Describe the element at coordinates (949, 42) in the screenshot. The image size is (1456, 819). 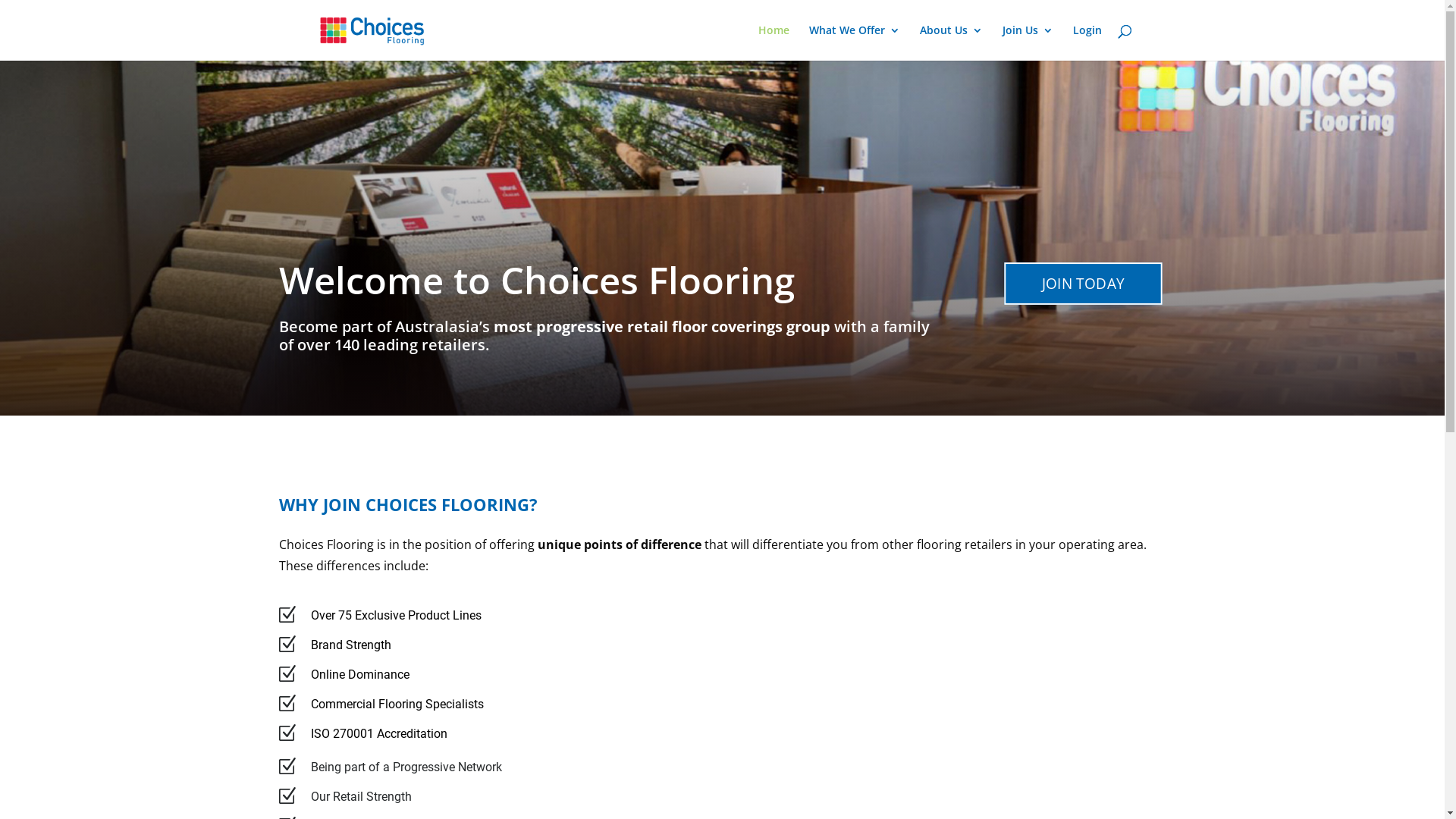
I see `'About Us'` at that location.